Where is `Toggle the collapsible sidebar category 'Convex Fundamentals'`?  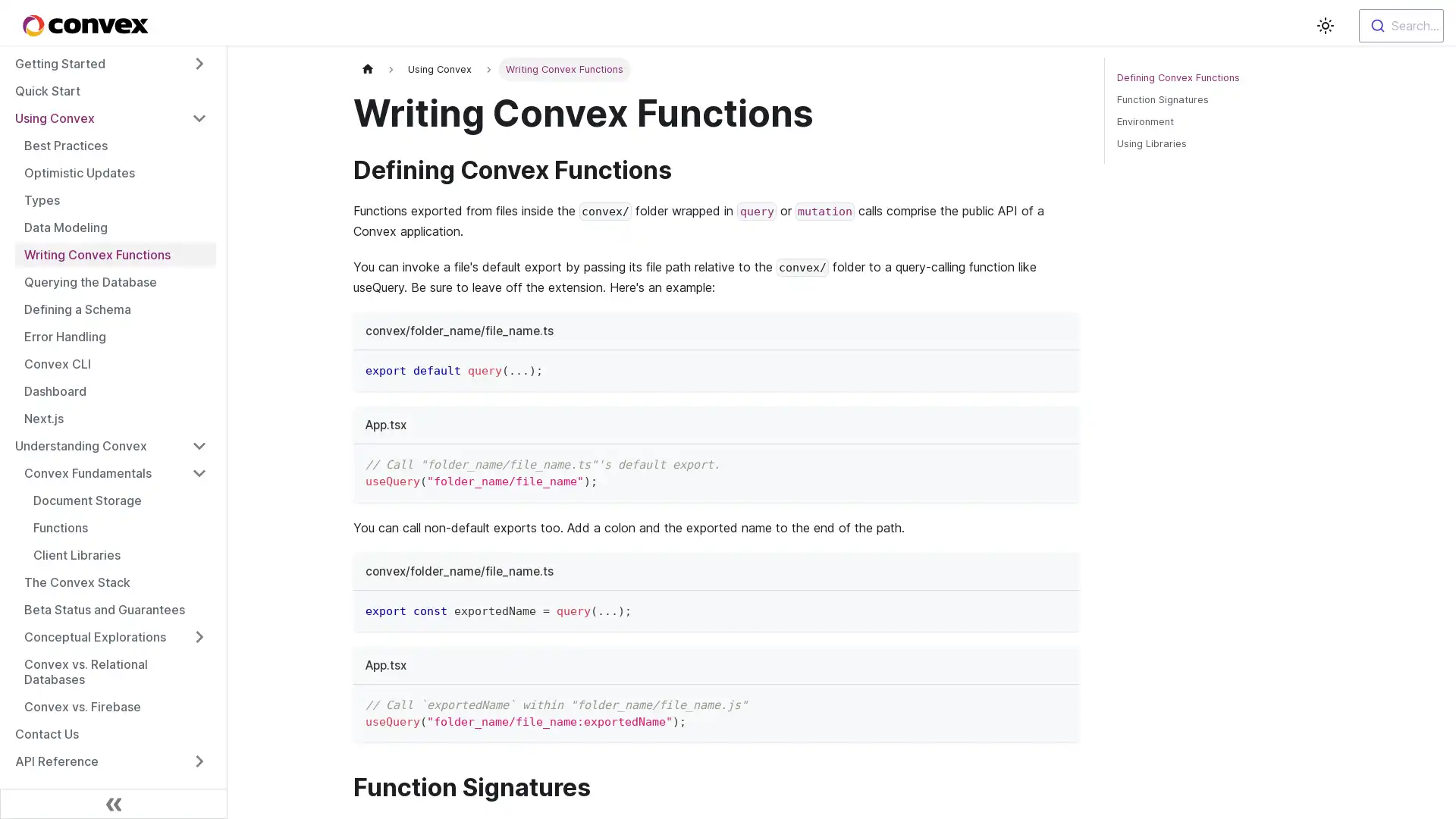
Toggle the collapsible sidebar category 'Convex Fundamentals' is located at coordinates (199, 472).